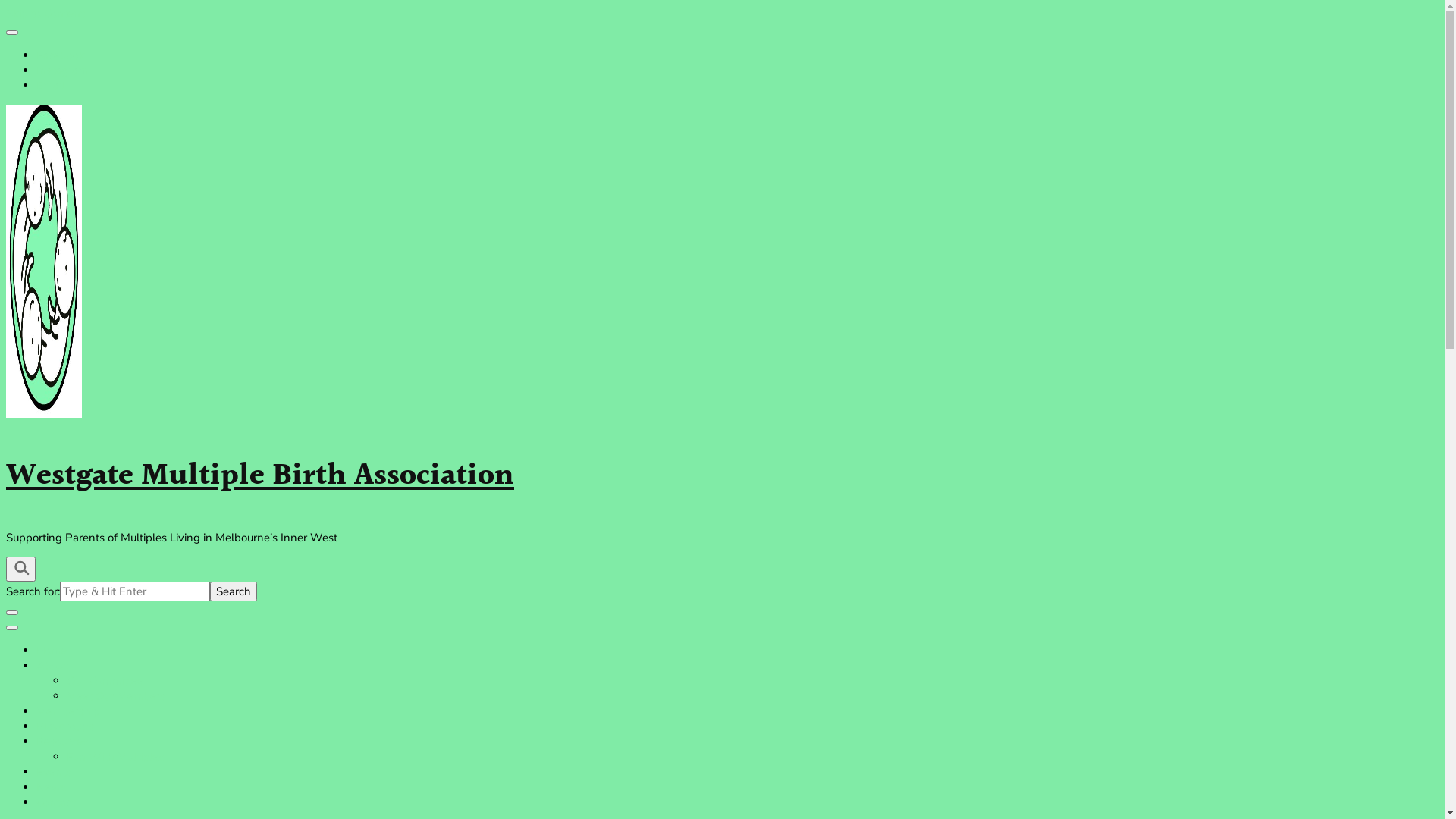 The width and height of the screenshot is (1456, 819). Describe the element at coordinates (36, 649) in the screenshot. I see `'Home'` at that location.